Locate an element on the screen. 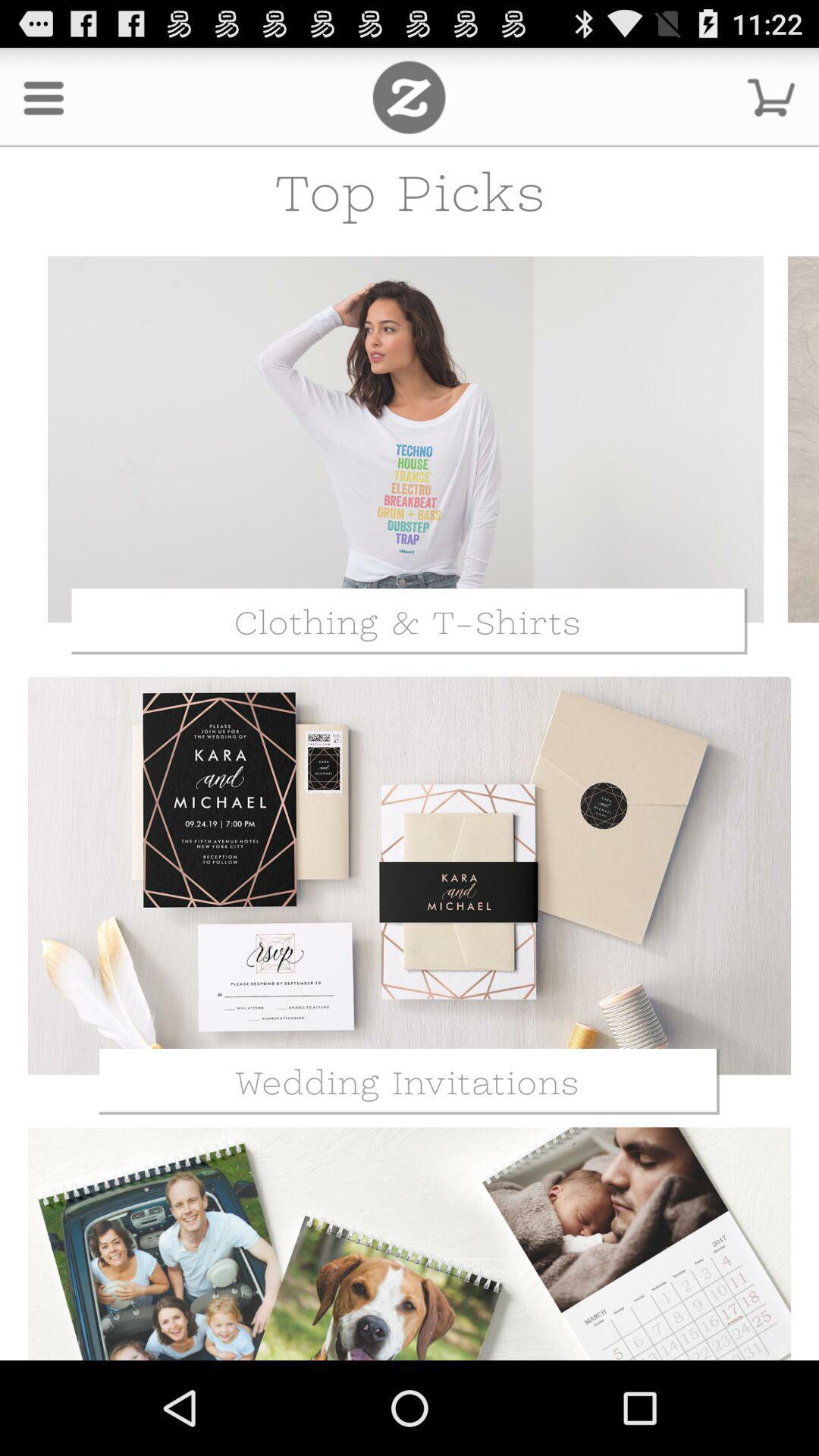 Image resolution: width=819 pixels, height=1456 pixels. the images which is just below the wedding invitations is located at coordinates (409, 1244).